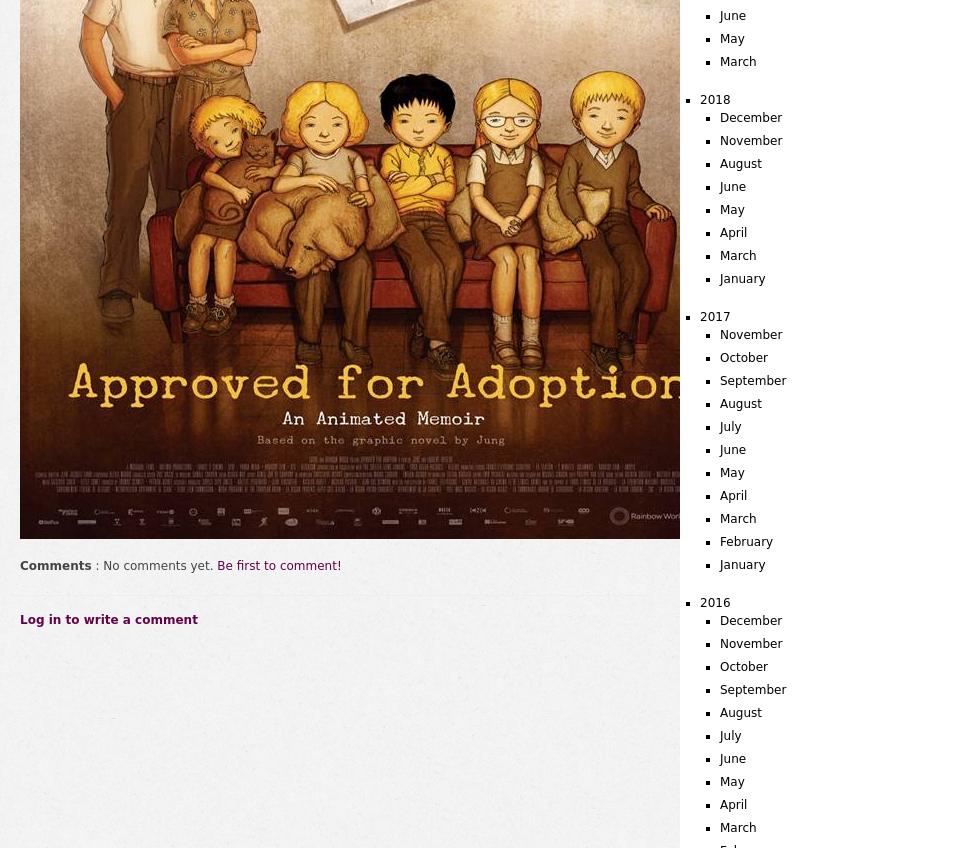  Describe the element at coordinates (277, 565) in the screenshot. I see `'Be first to comment!'` at that location.